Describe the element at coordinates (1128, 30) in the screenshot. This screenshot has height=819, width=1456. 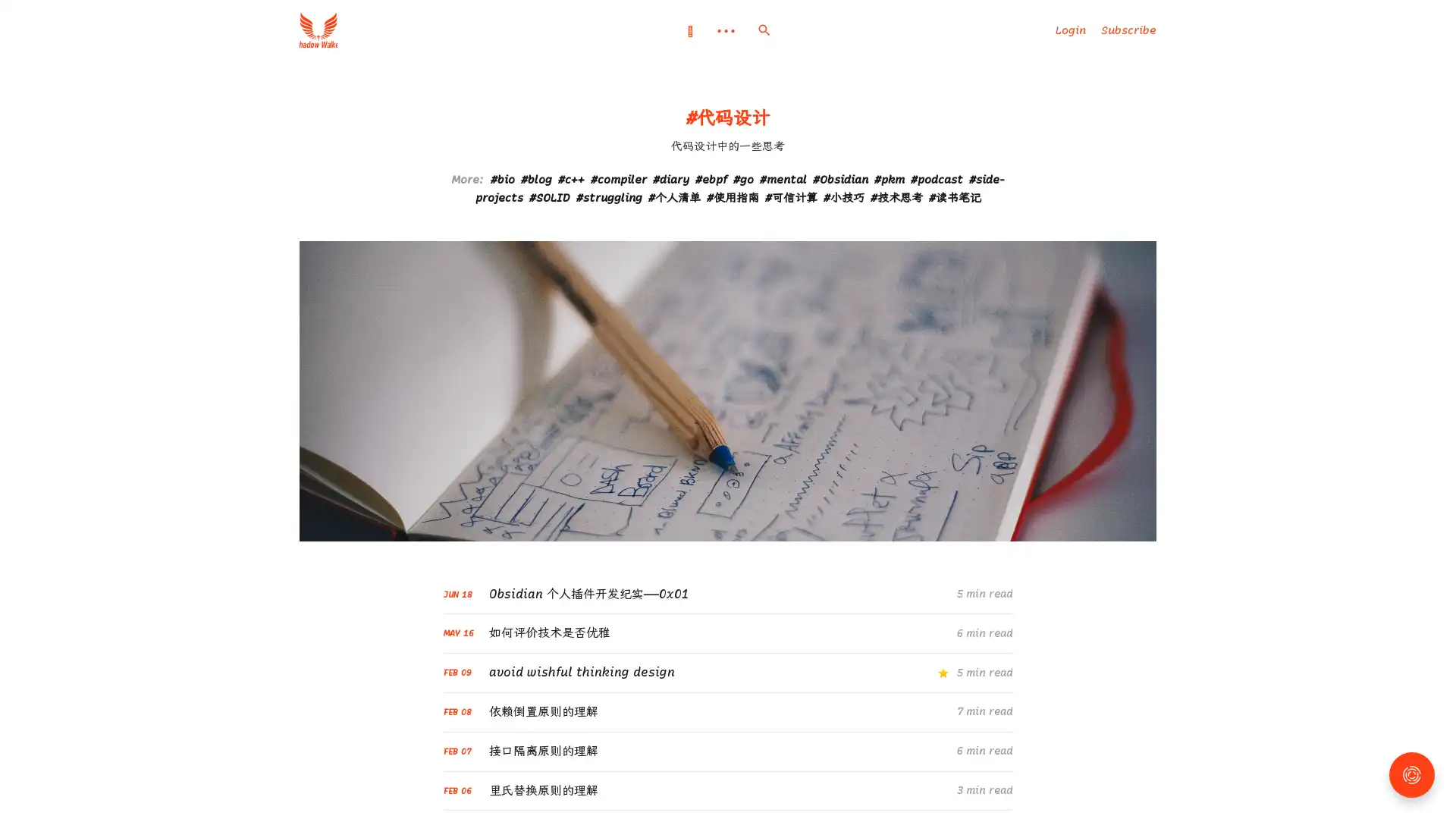
I see `Subscribe` at that location.